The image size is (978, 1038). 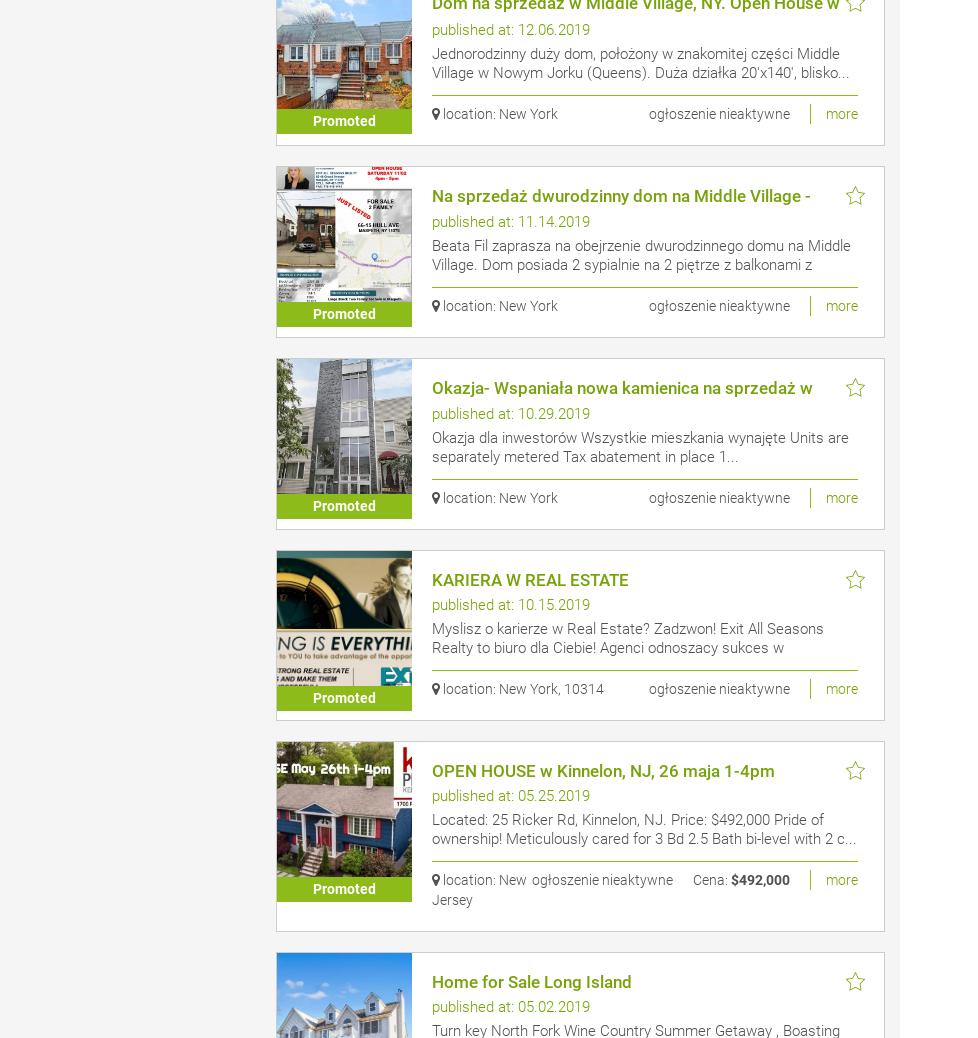 I want to click on 'published at: 10.15.2019', so click(x=430, y=604).